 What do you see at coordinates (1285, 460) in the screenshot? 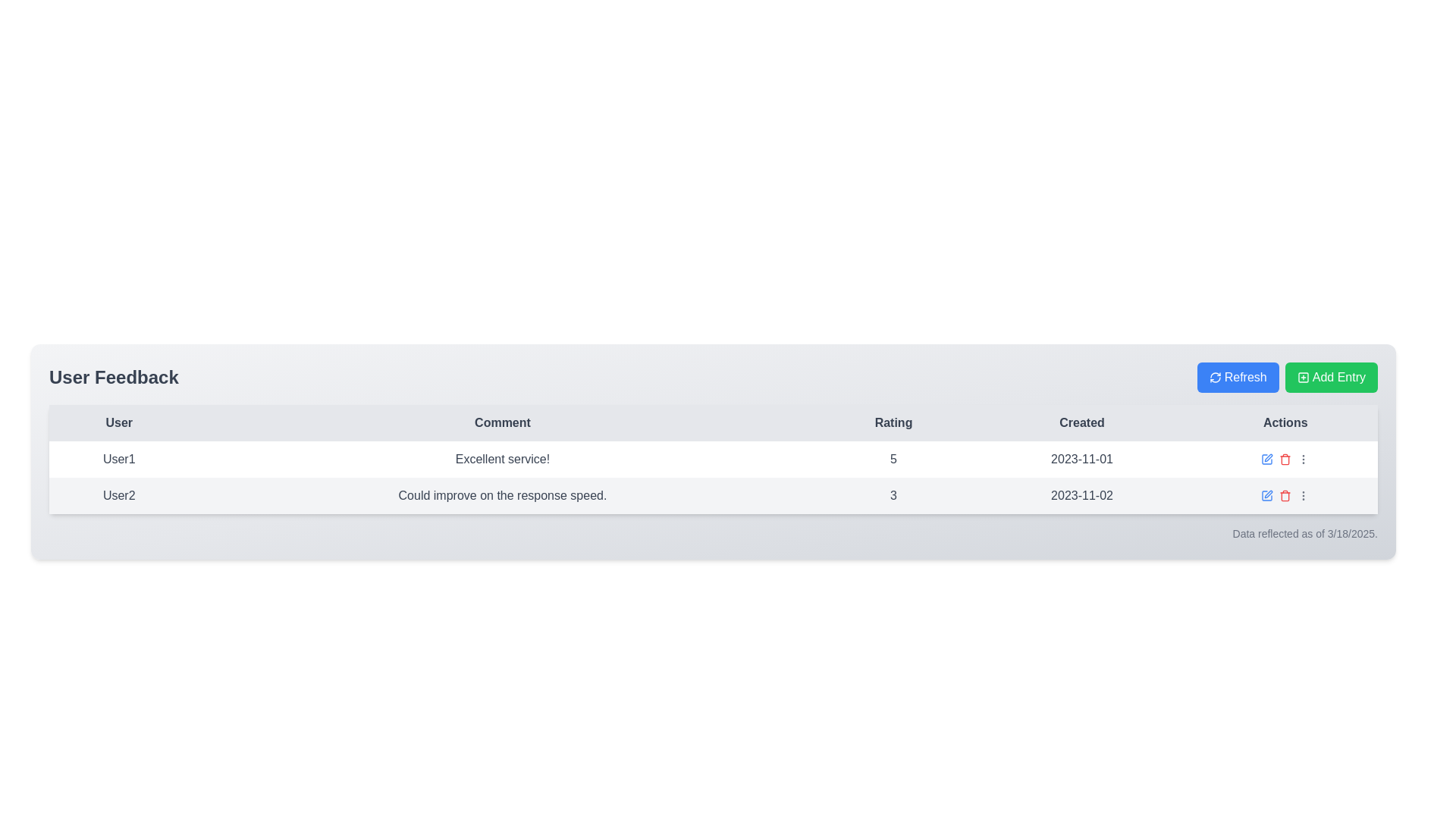
I see `the trash icon element located in the 'Actions' column of the second row of the feedback table, which visually represents a delete action` at bounding box center [1285, 460].